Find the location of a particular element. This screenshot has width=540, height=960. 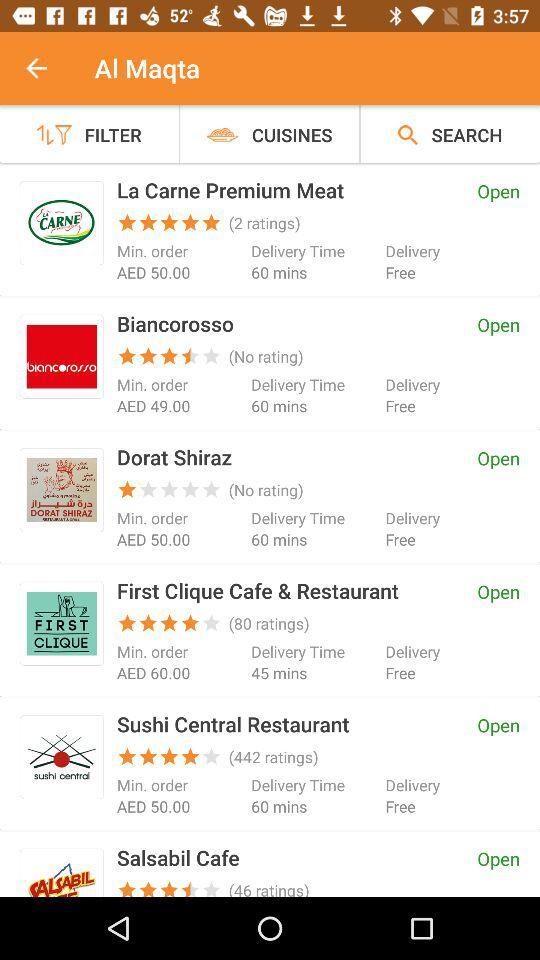

click the app icon is located at coordinates (61, 756).